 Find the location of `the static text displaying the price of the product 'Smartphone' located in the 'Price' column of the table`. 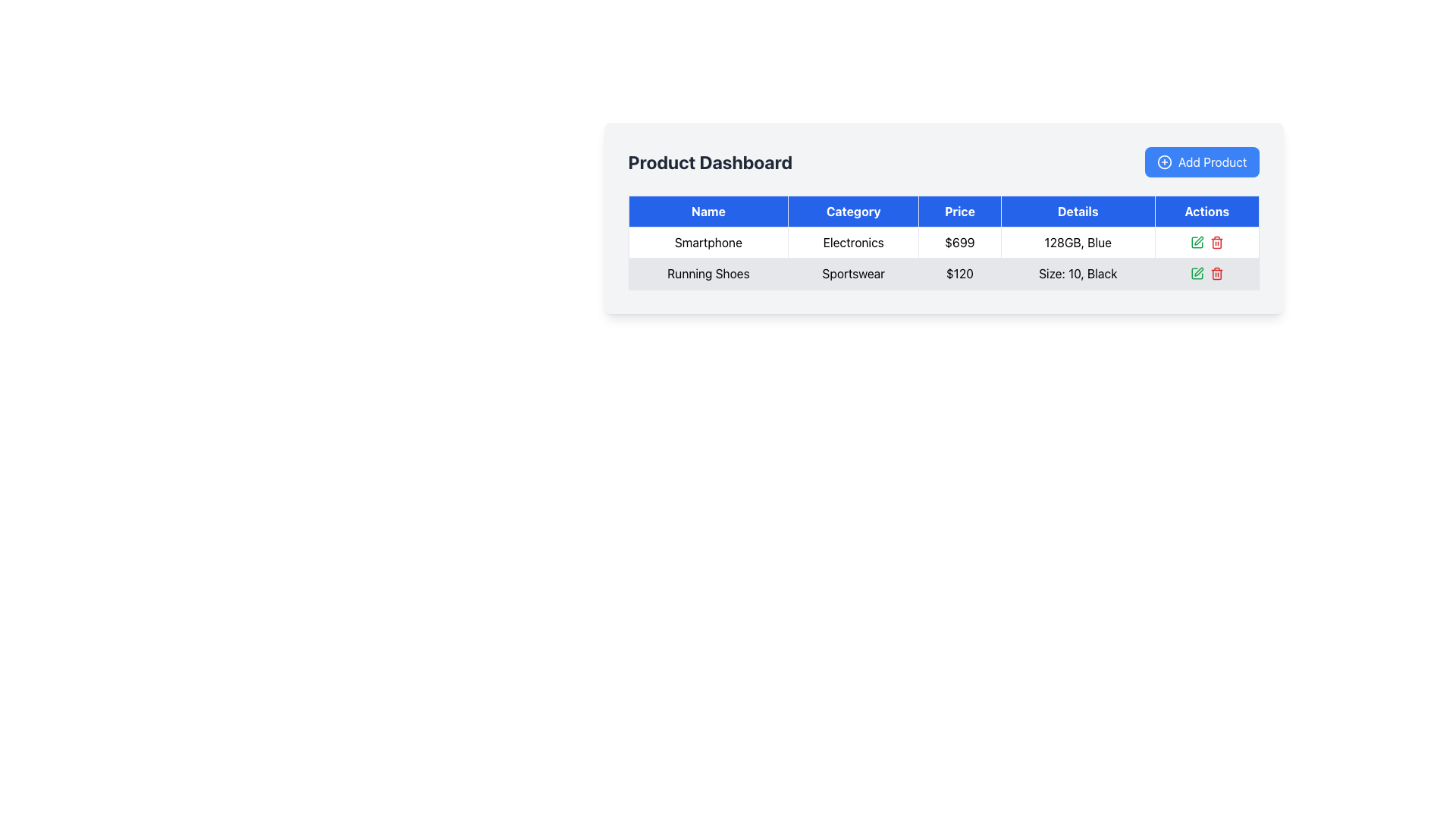

the static text displaying the price of the product 'Smartphone' located in the 'Price' column of the table is located at coordinates (959, 242).